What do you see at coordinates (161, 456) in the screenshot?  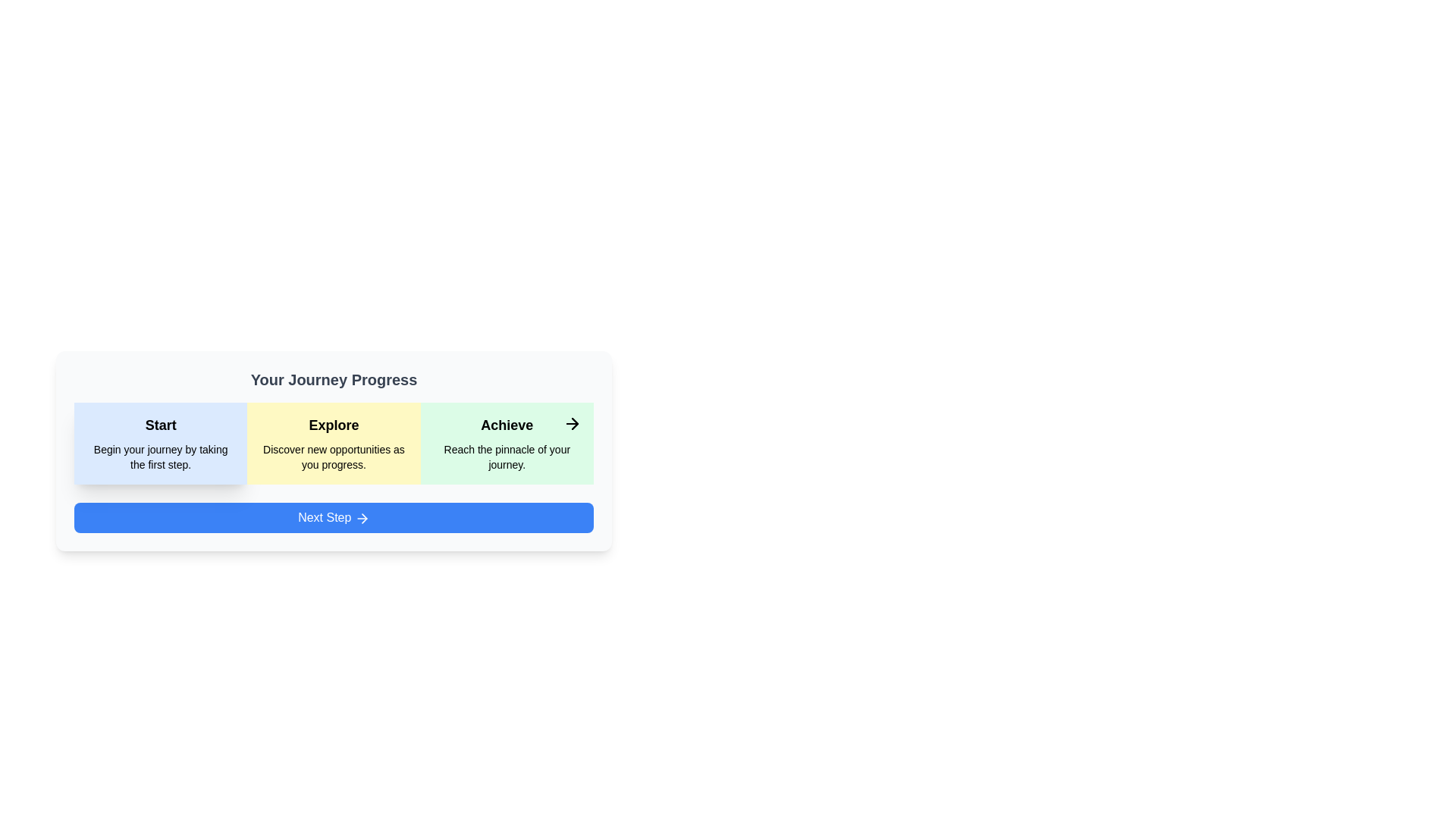 I see `the Text label containing the message 'Begin your journey by taking the first step.' located below the heading 'Start' in the left section with a blue background` at bounding box center [161, 456].